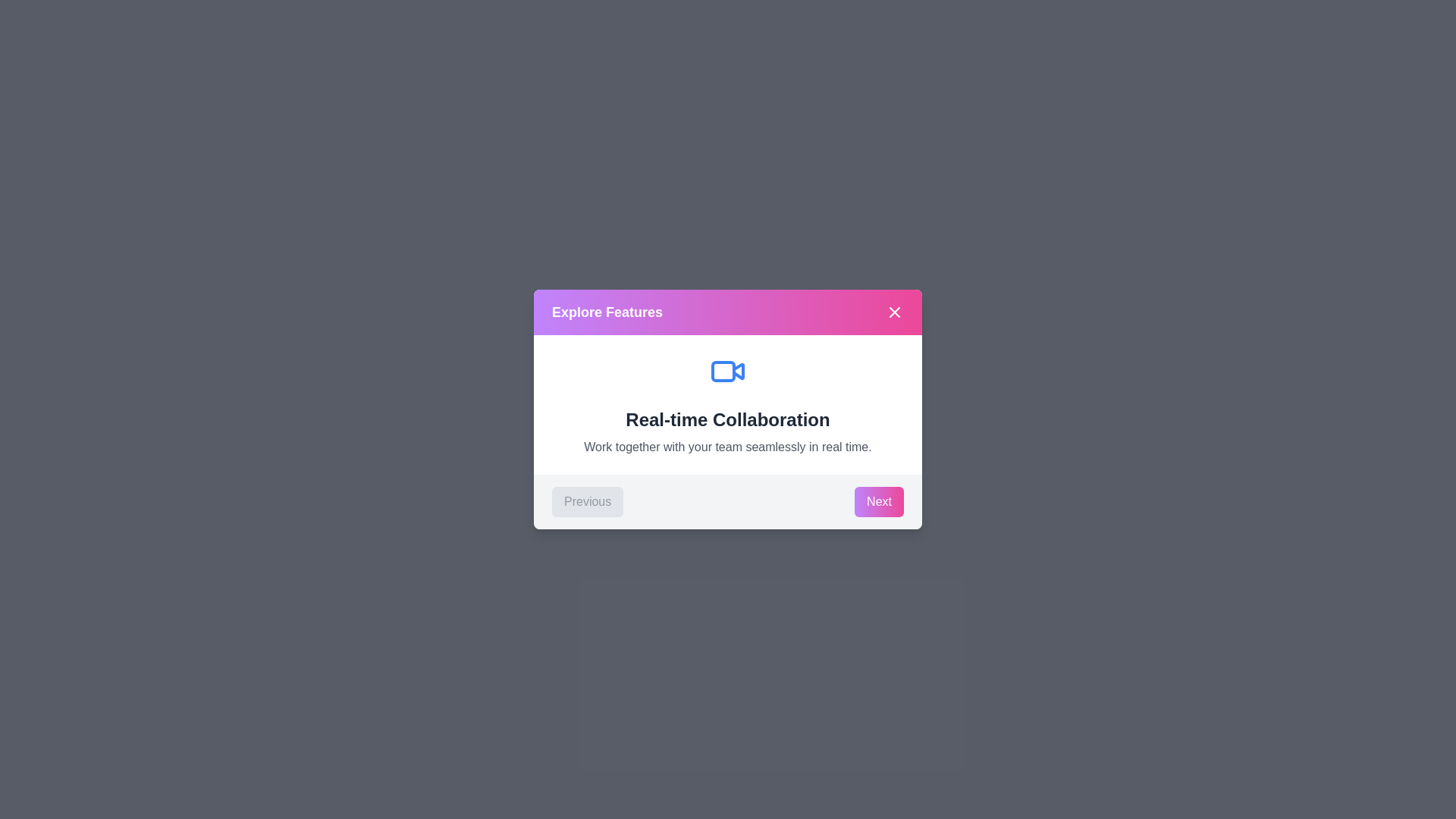 The width and height of the screenshot is (1456, 819). Describe the element at coordinates (879, 502) in the screenshot. I see `the 'Next' button, which is a rectangular button with a gradient background transitioning from purple to pink, containing the text 'Next' in white sans-serif font, located towards the bottom-right corner of the modal` at that location.